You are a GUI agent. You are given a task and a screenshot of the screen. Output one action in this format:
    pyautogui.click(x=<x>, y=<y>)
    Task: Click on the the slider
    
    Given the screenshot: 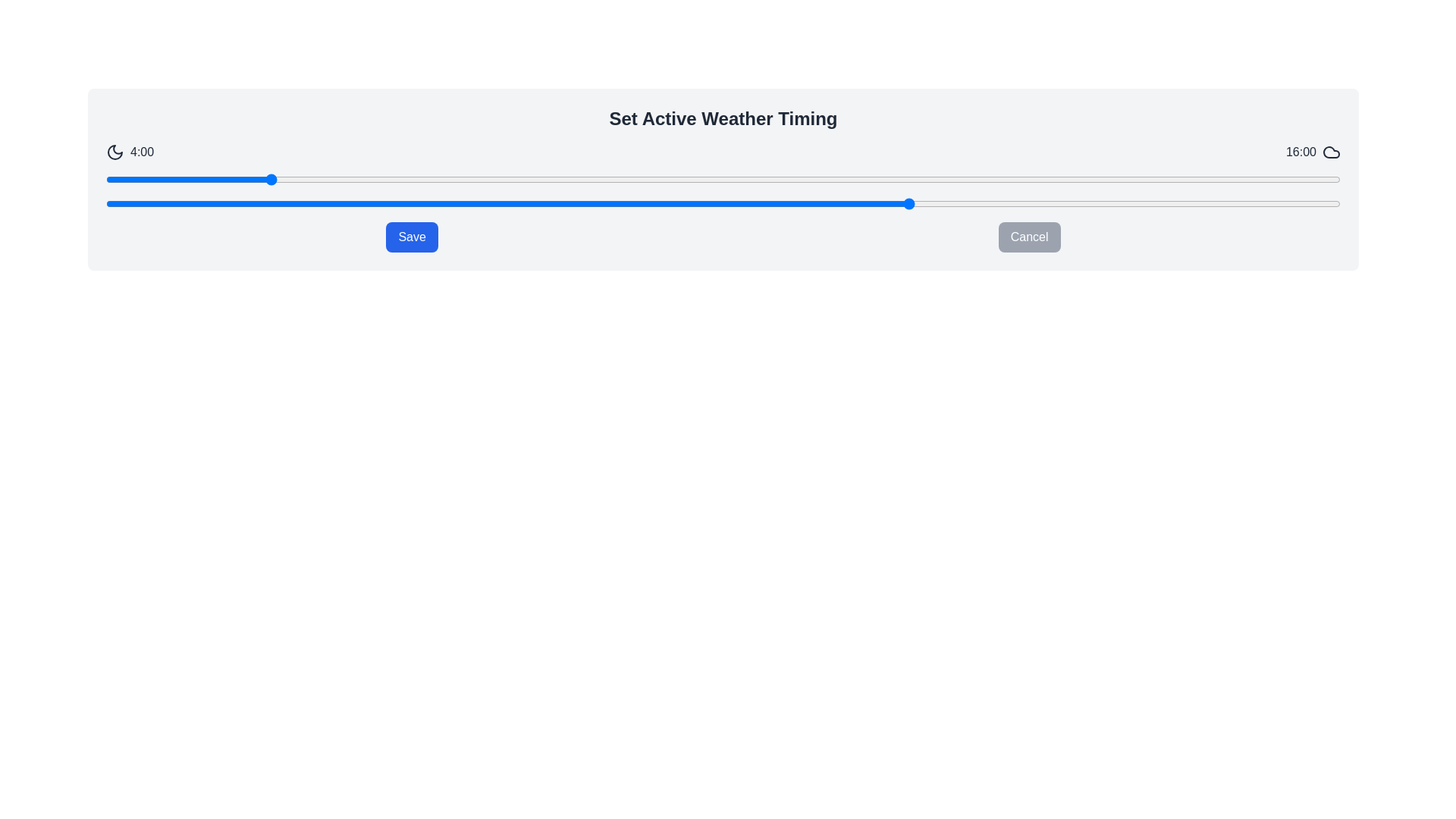 What is the action you would take?
    pyautogui.click(x=1125, y=203)
    